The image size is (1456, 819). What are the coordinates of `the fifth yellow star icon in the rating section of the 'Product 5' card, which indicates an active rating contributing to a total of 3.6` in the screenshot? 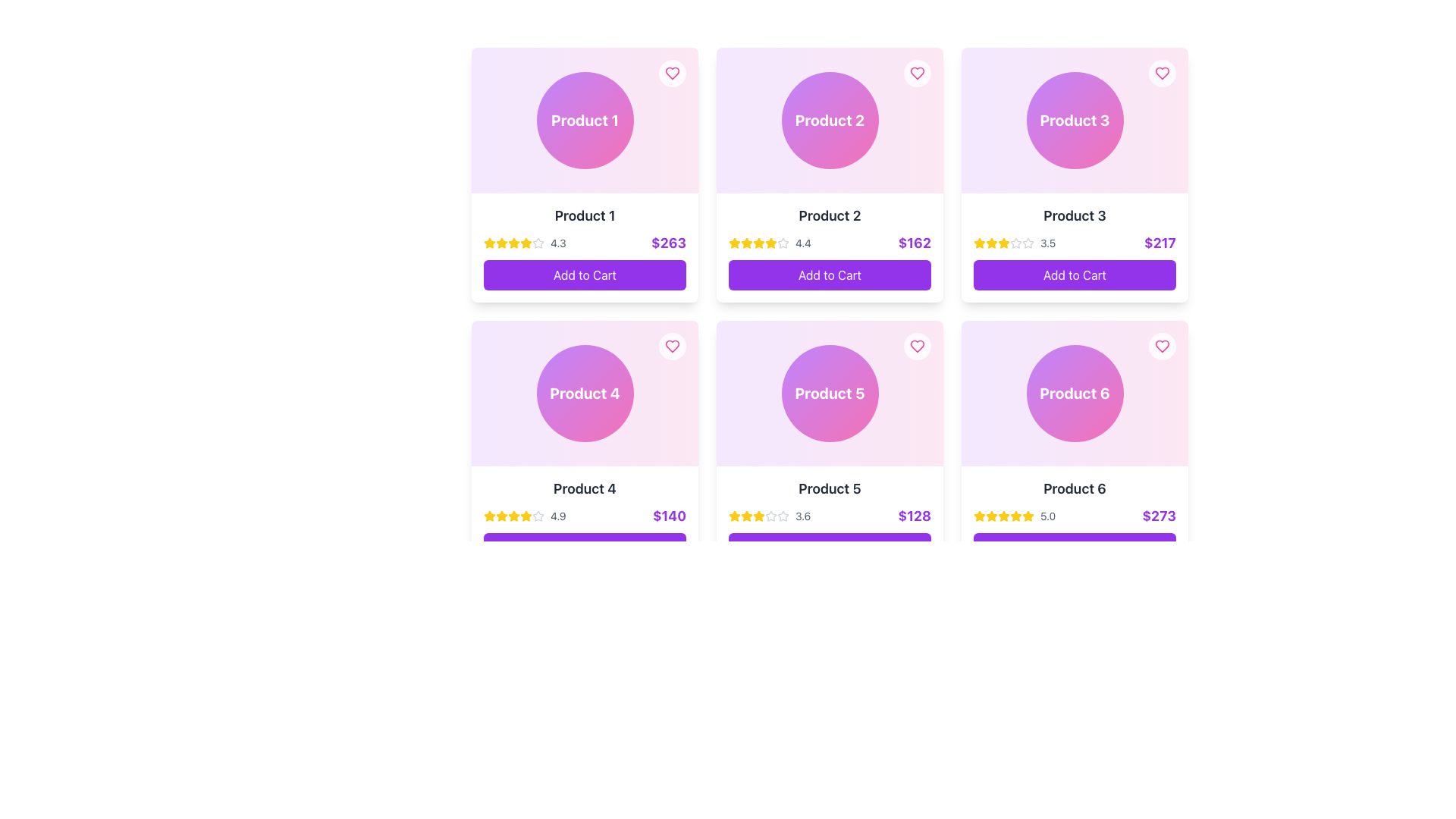 It's located at (759, 516).